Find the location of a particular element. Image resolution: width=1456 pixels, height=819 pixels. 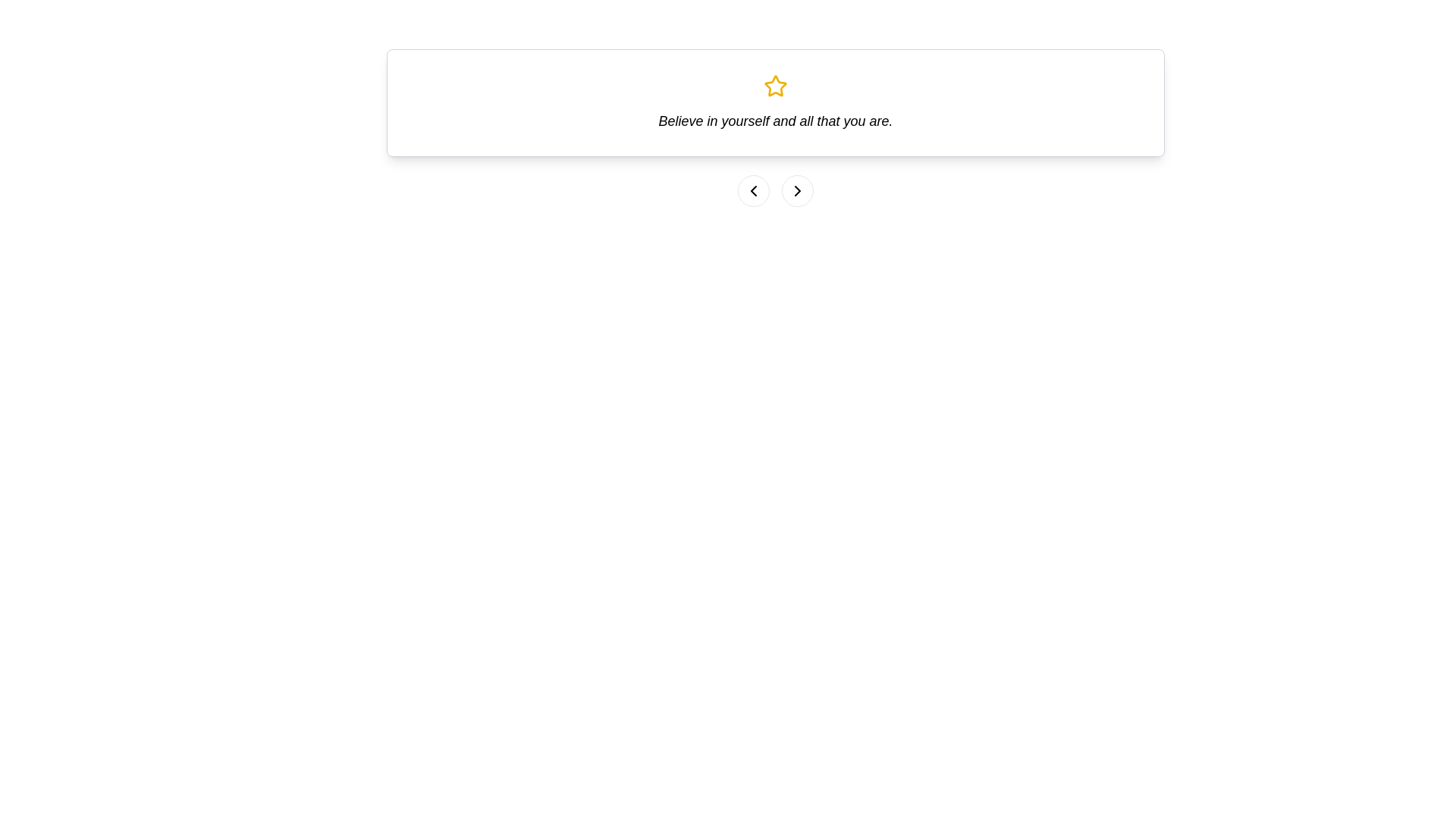

the right arrow icon located within the rightmost circular button in a row of two buttons, positioned below a motivational text block and a star icon is located at coordinates (796, 190).